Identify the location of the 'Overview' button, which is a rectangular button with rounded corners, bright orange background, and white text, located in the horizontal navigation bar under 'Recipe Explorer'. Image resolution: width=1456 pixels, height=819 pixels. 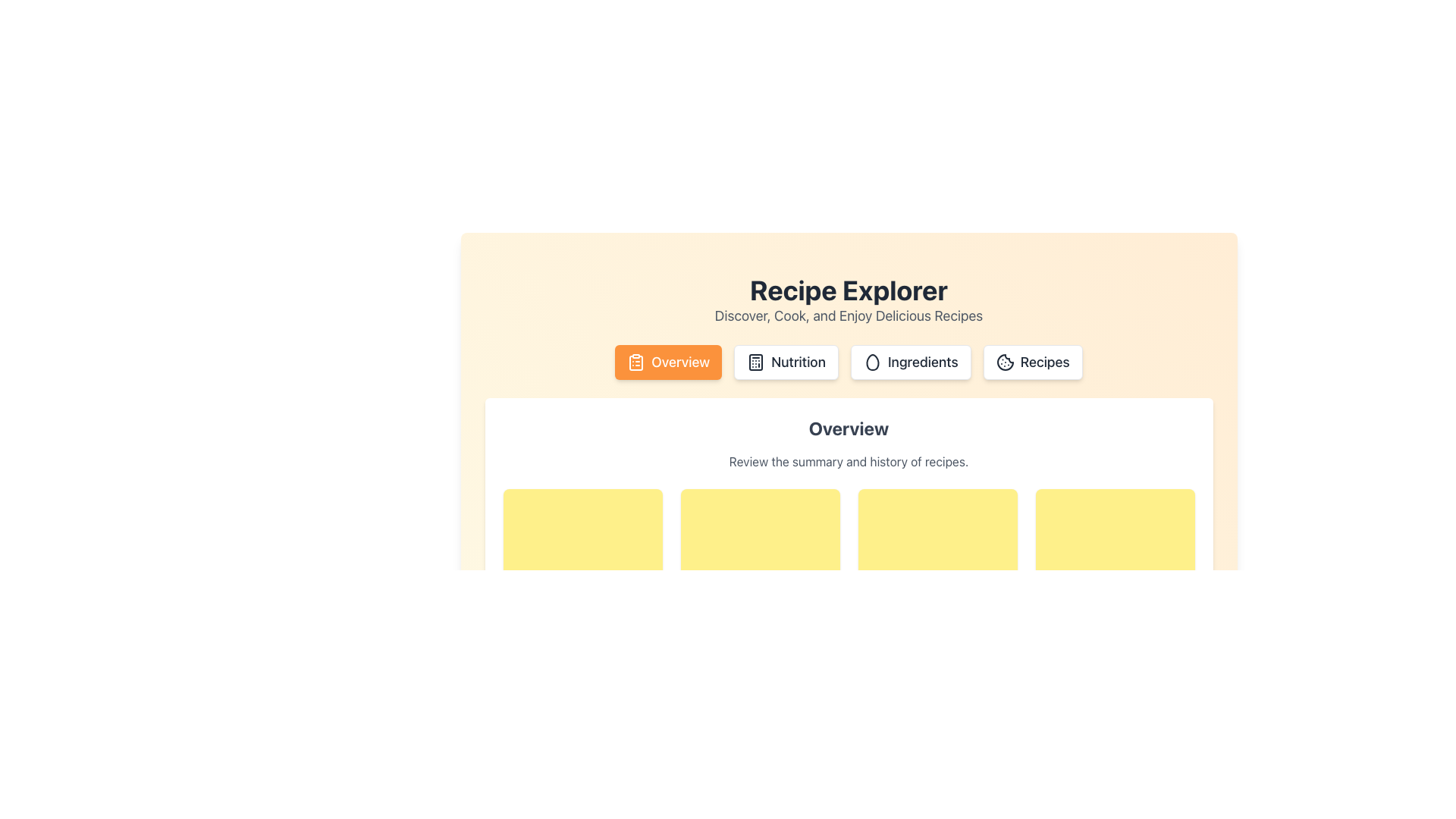
(667, 362).